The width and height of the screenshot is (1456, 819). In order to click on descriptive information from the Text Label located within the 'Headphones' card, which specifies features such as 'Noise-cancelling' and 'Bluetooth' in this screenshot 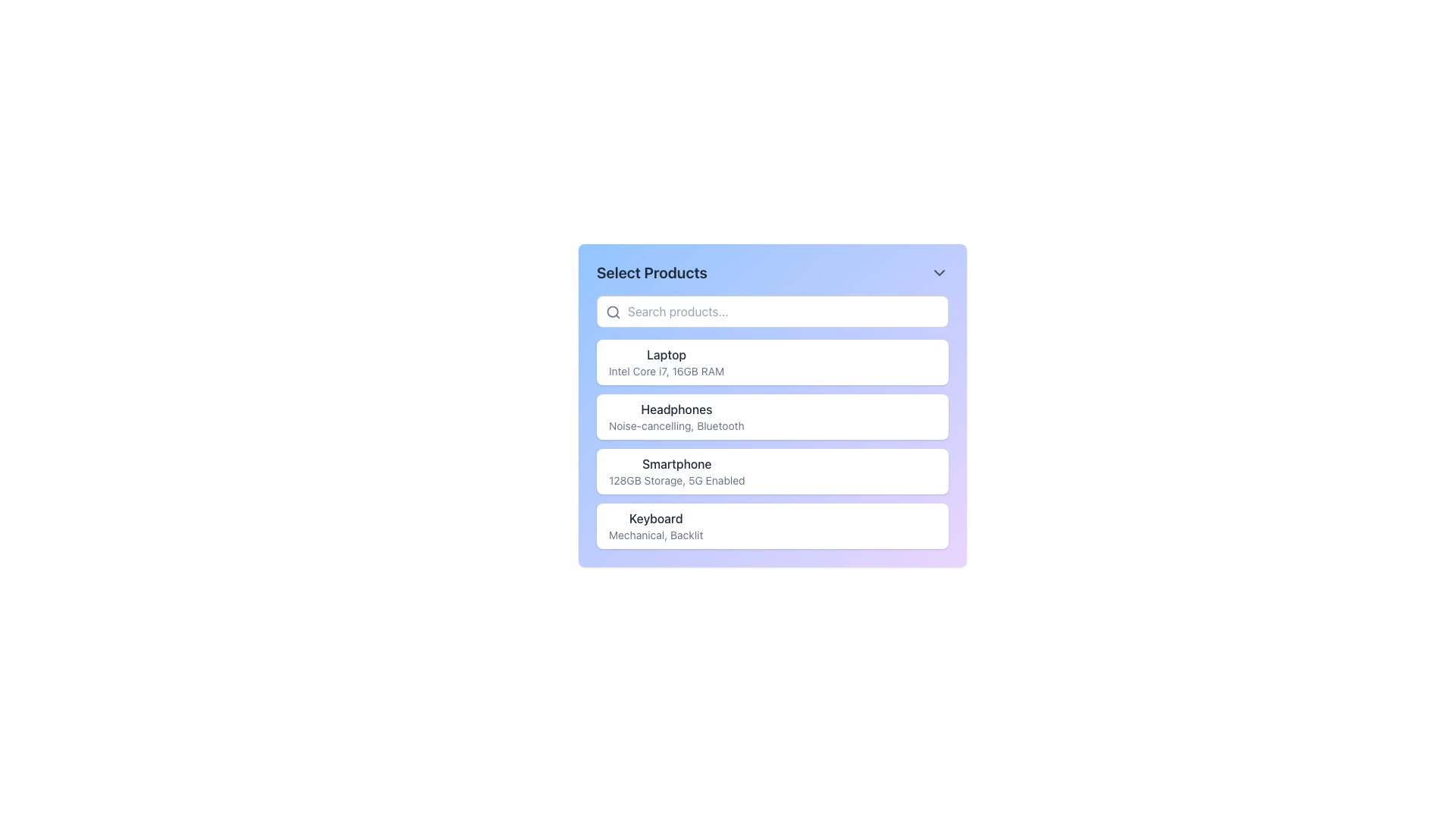, I will do `click(676, 426)`.